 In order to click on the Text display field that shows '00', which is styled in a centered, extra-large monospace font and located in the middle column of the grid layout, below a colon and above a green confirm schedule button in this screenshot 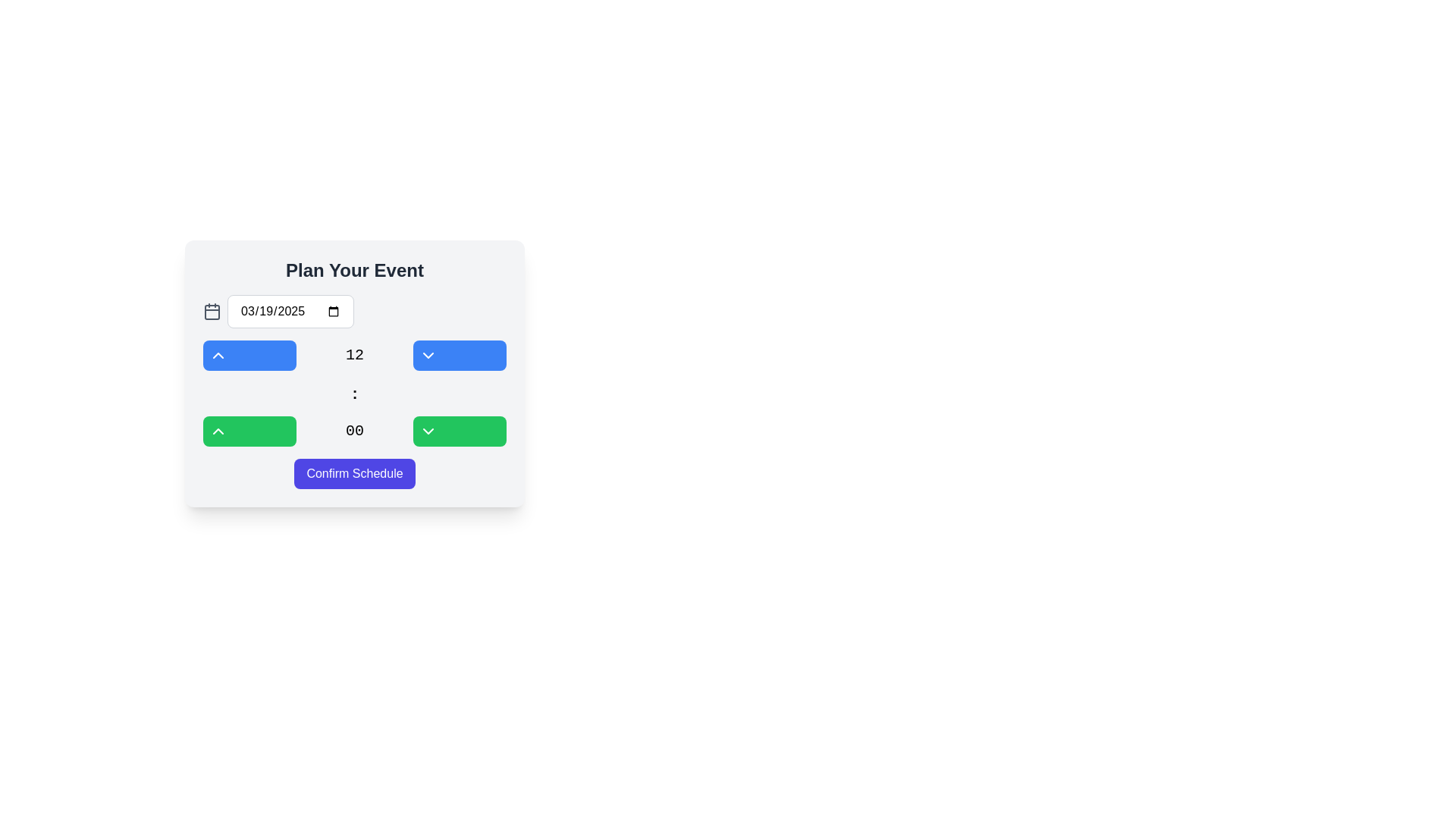, I will do `click(353, 431)`.